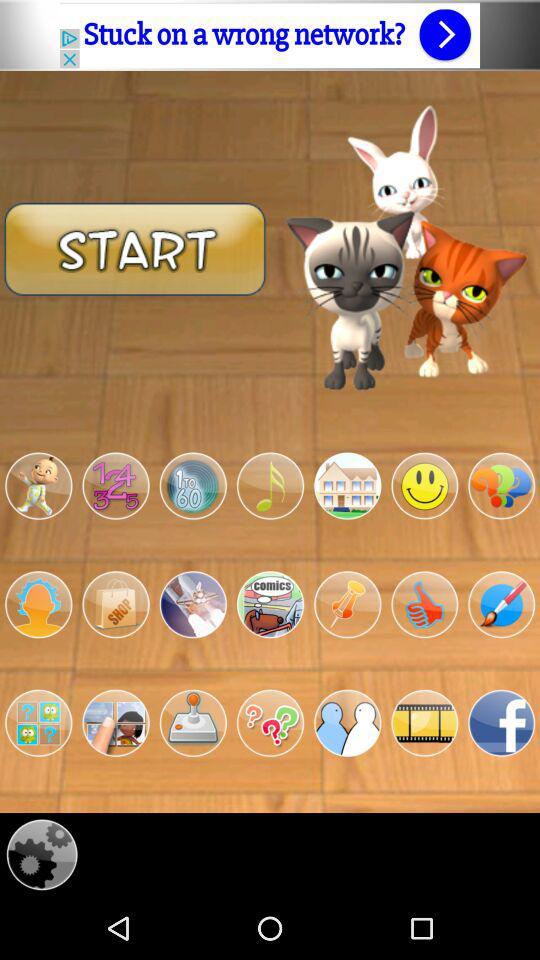  Describe the element at coordinates (270, 722) in the screenshot. I see `mystery option` at that location.